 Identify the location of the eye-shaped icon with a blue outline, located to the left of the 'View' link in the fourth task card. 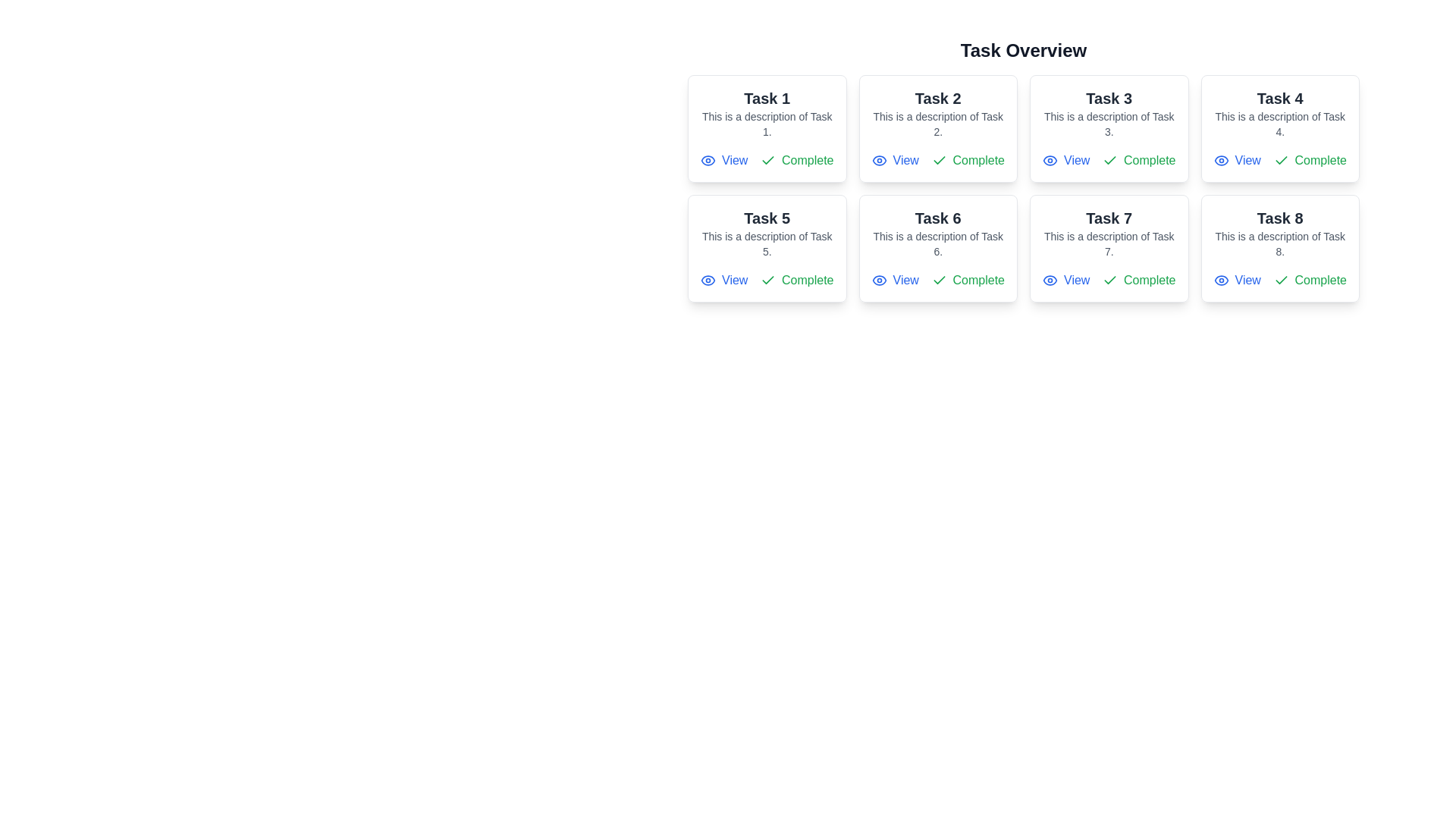
(1221, 161).